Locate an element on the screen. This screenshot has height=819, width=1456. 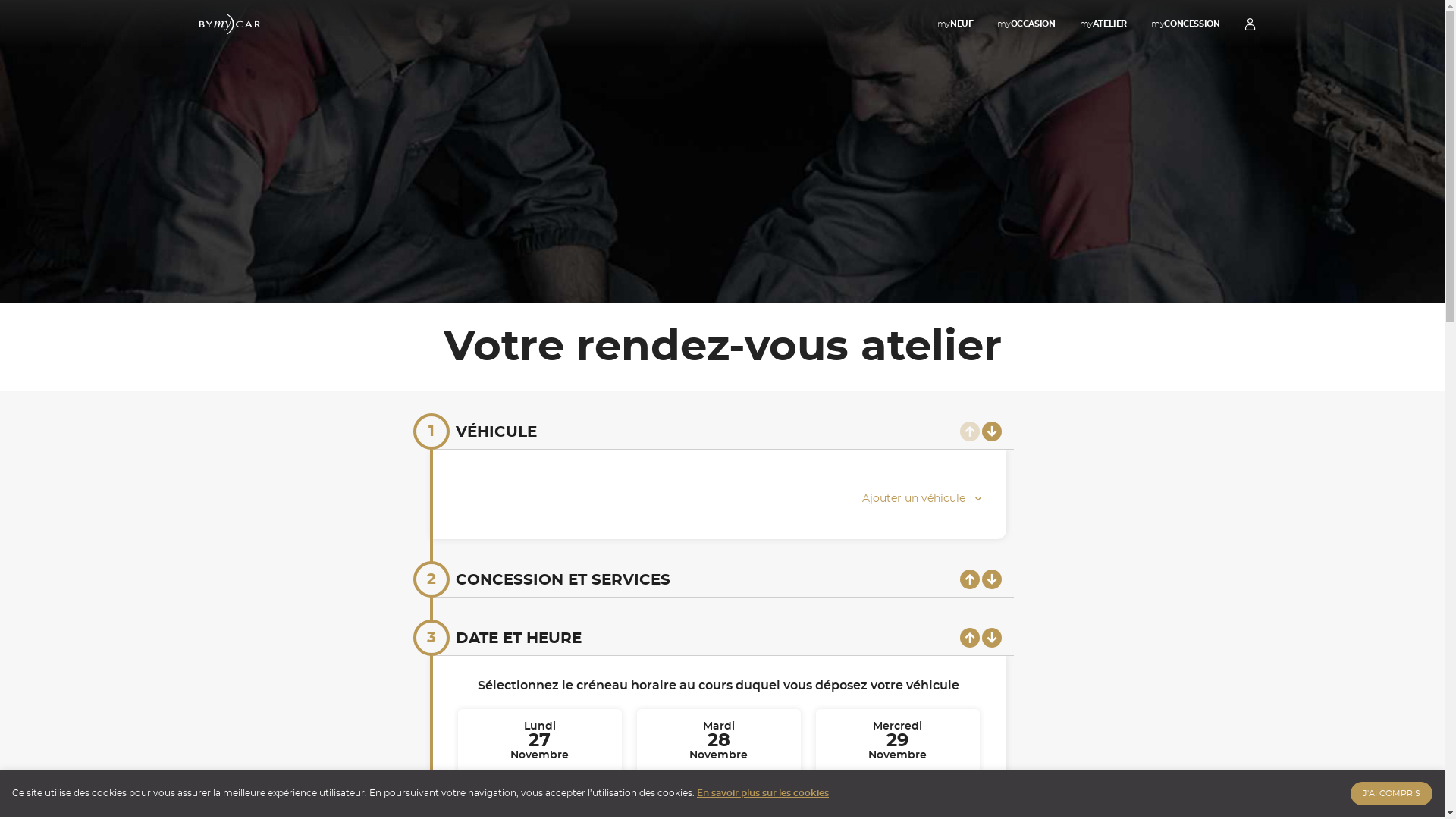
'1' is located at coordinates (429, 431).